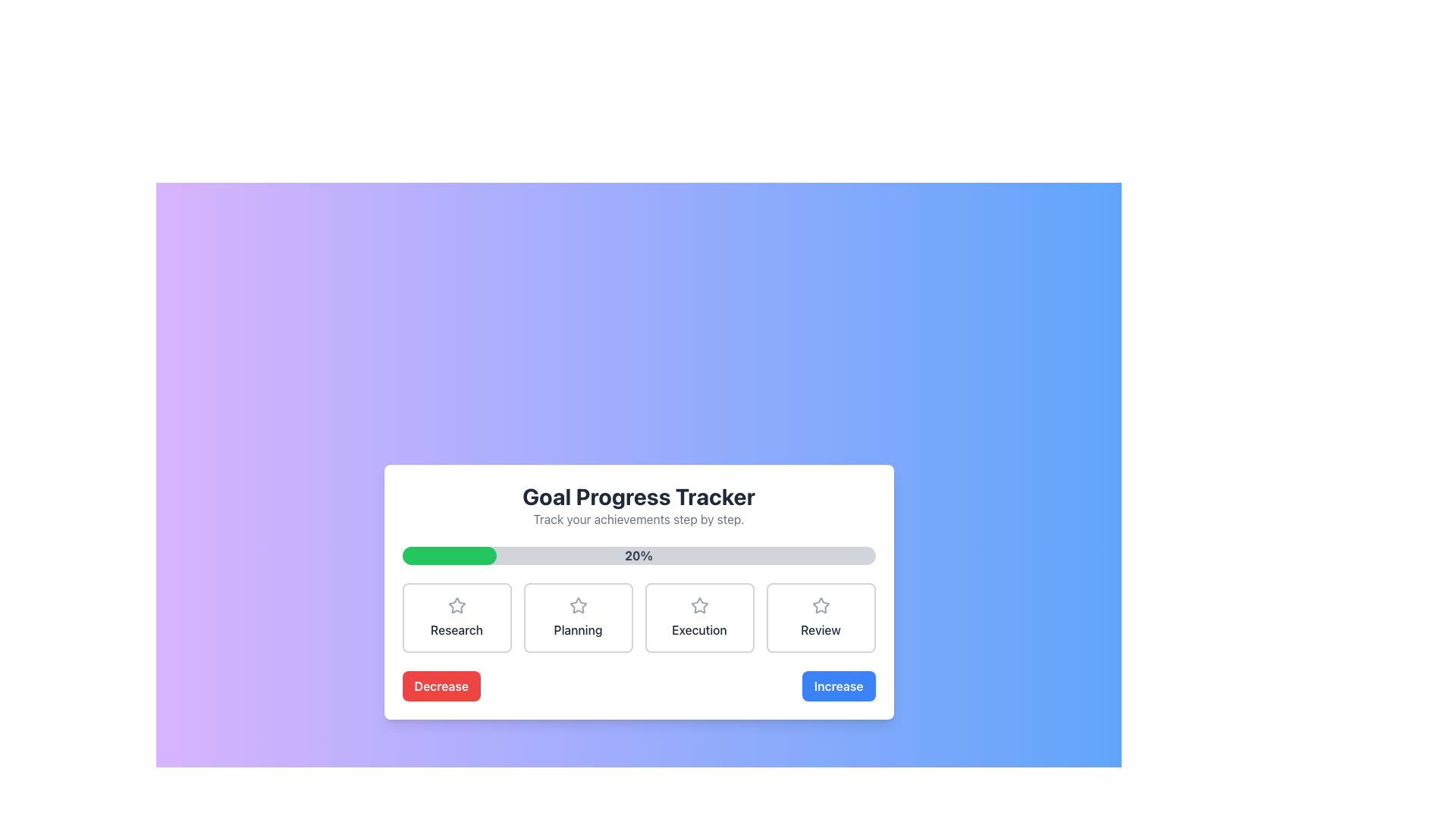 This screenshot has height=819, width=1456. What do you see at coordinates (838, 686) in the screenshot?
I see `the 'Increase' button located at the bottom-right corner of the 'Goal Progress Tracker' interface to change its visual state` at bounding box center [838, 686].